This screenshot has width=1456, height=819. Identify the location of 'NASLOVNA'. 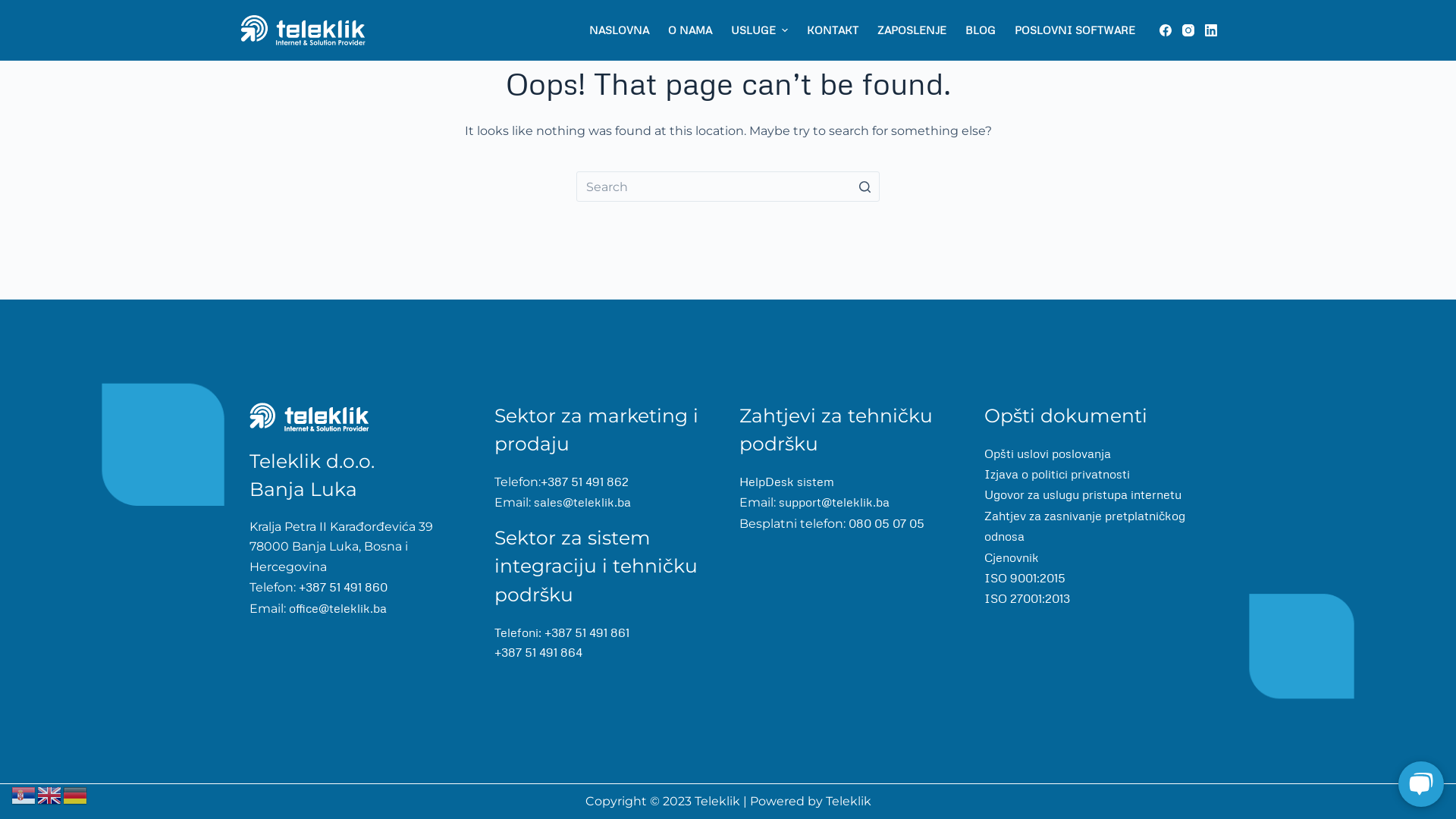
(619, 30).